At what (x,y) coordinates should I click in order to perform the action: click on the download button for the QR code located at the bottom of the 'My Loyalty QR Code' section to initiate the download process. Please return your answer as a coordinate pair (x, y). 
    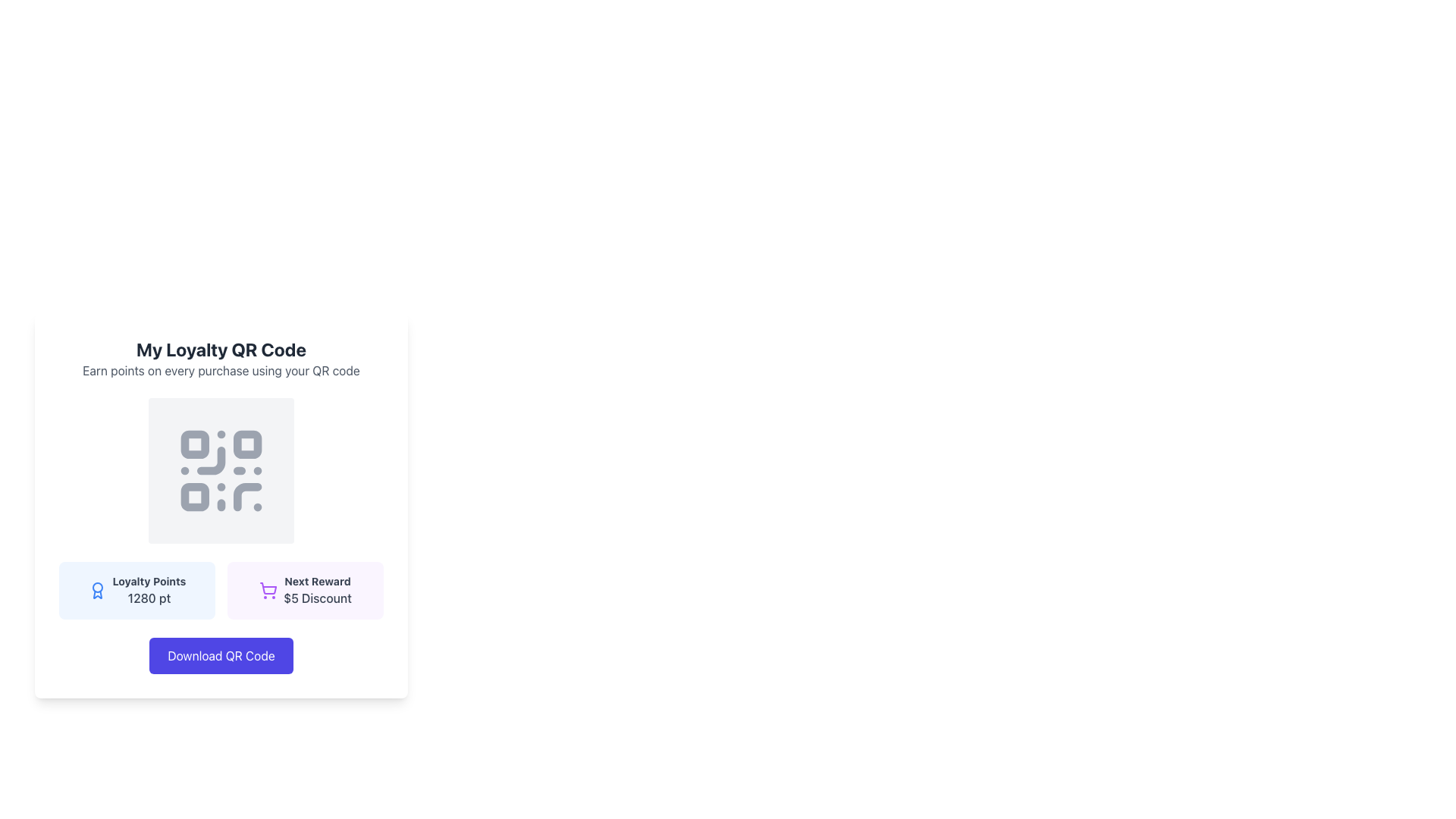
    Looking at the image, I should click on (221, 654).